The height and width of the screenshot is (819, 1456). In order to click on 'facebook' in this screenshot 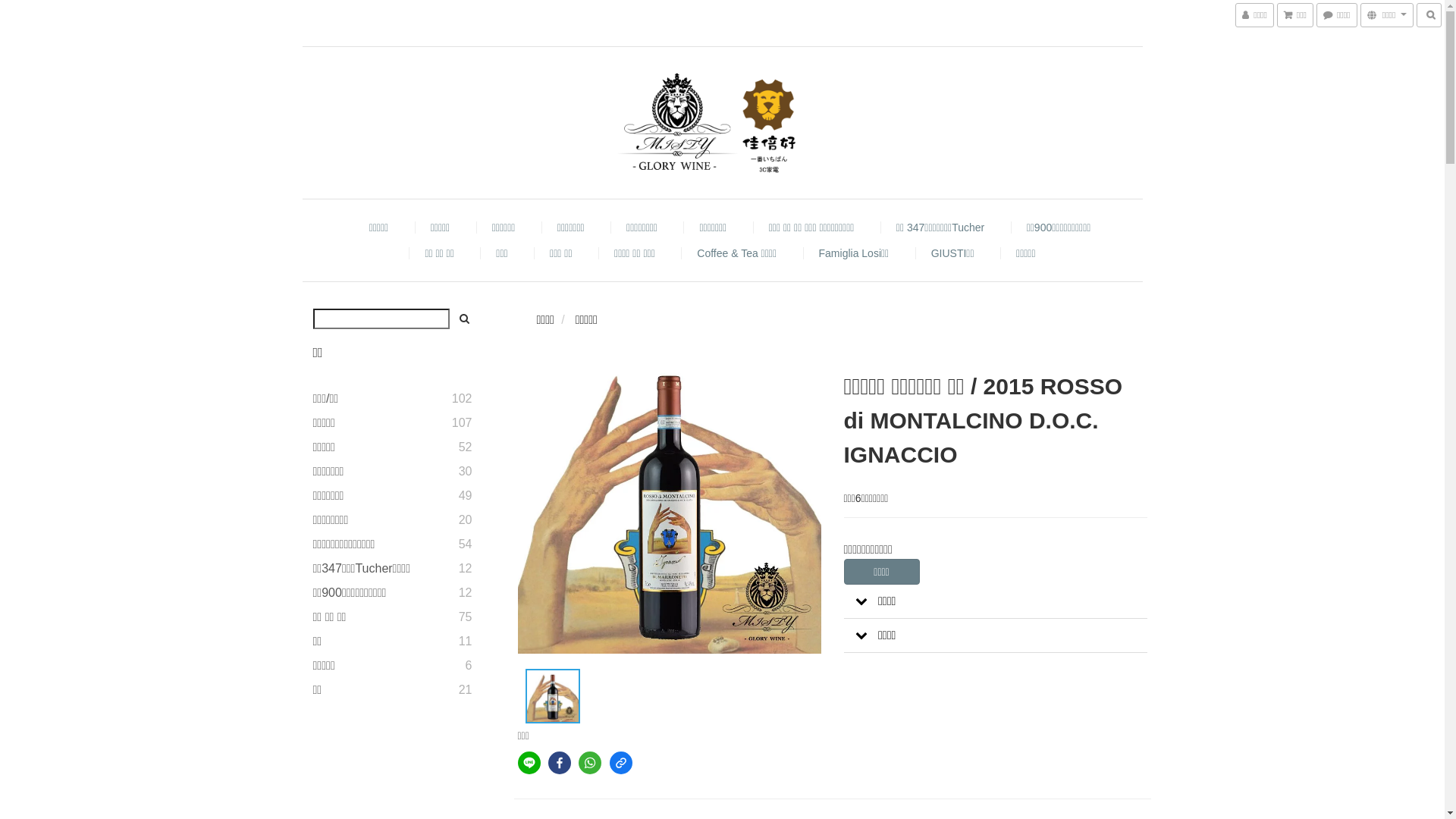, I will do `click(559, 763)`.